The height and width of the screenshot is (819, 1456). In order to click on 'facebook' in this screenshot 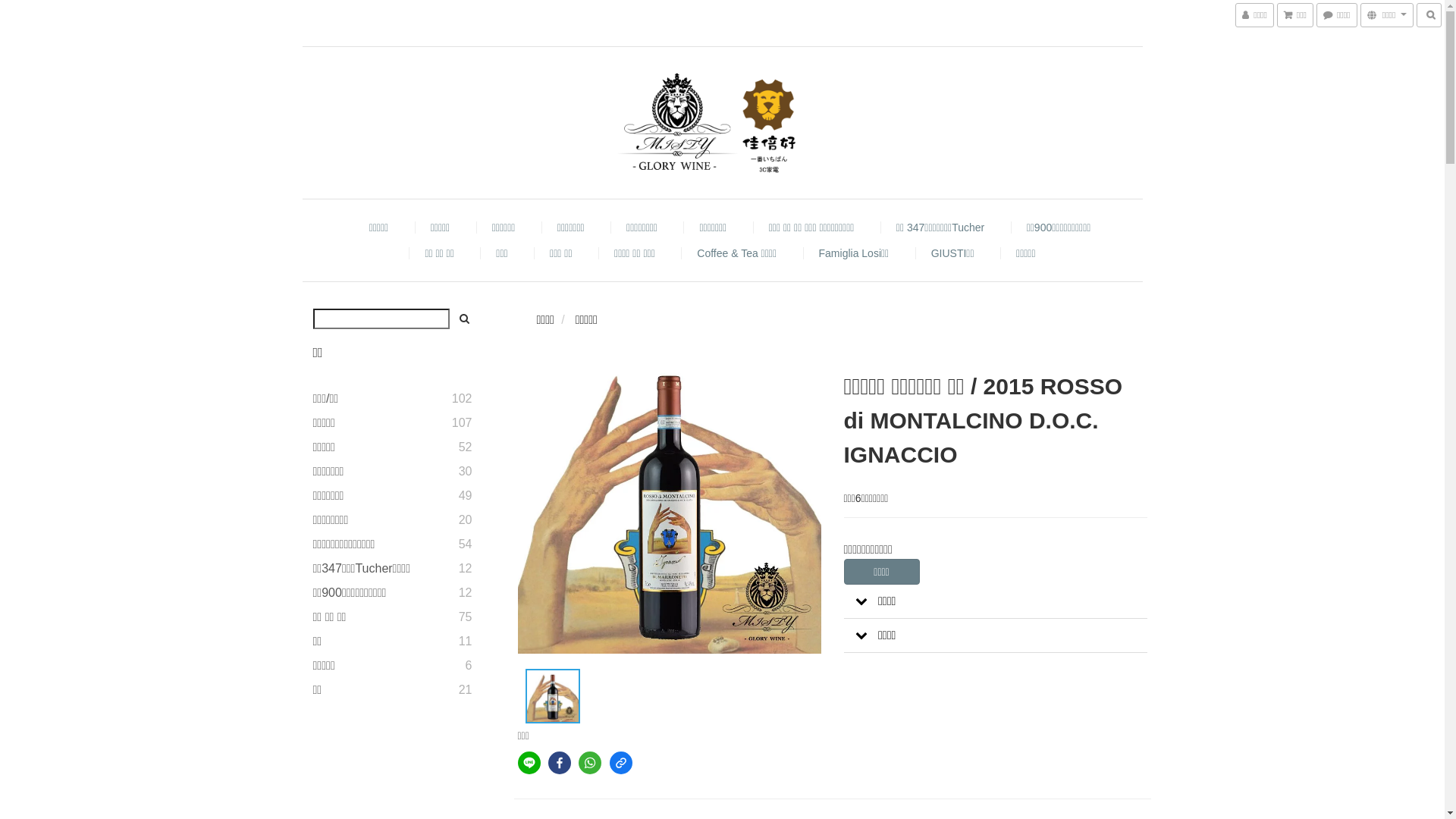, I will do `click(559, 763)`.